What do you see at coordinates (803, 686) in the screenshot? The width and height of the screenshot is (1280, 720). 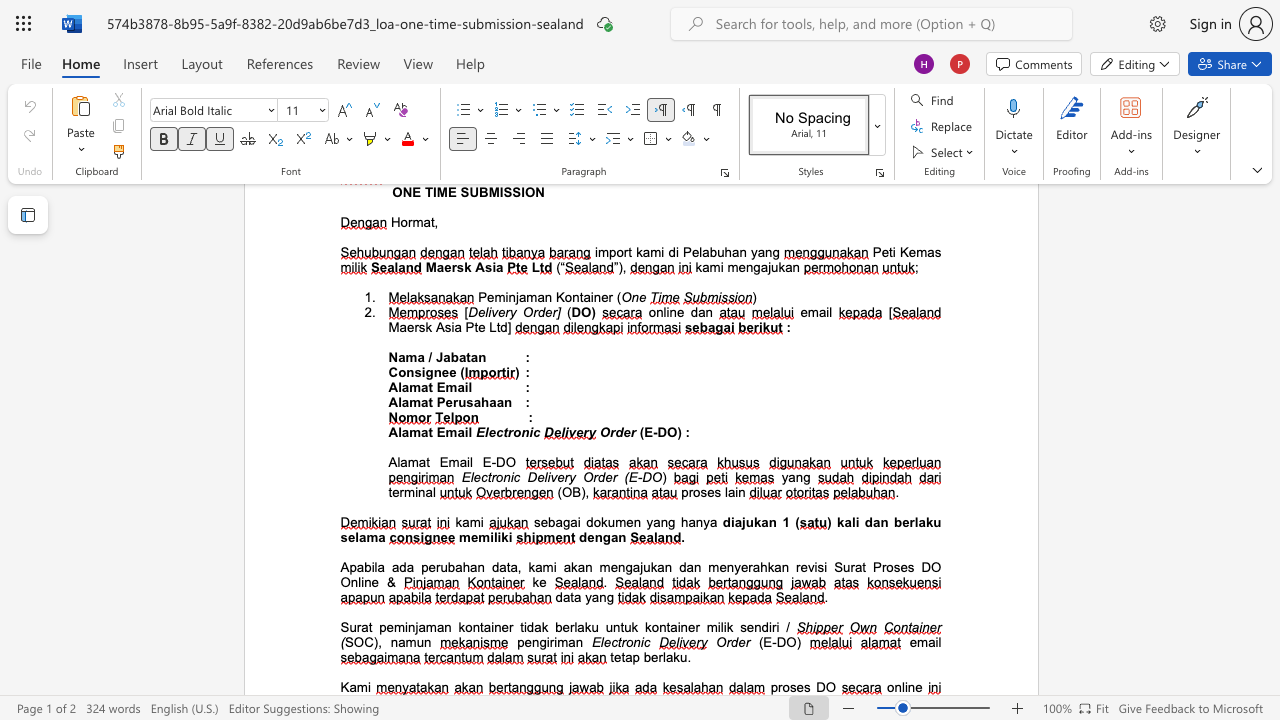 I see `the subset text "s DO" within the text "proses DO"` at bounding box center [803, 686].